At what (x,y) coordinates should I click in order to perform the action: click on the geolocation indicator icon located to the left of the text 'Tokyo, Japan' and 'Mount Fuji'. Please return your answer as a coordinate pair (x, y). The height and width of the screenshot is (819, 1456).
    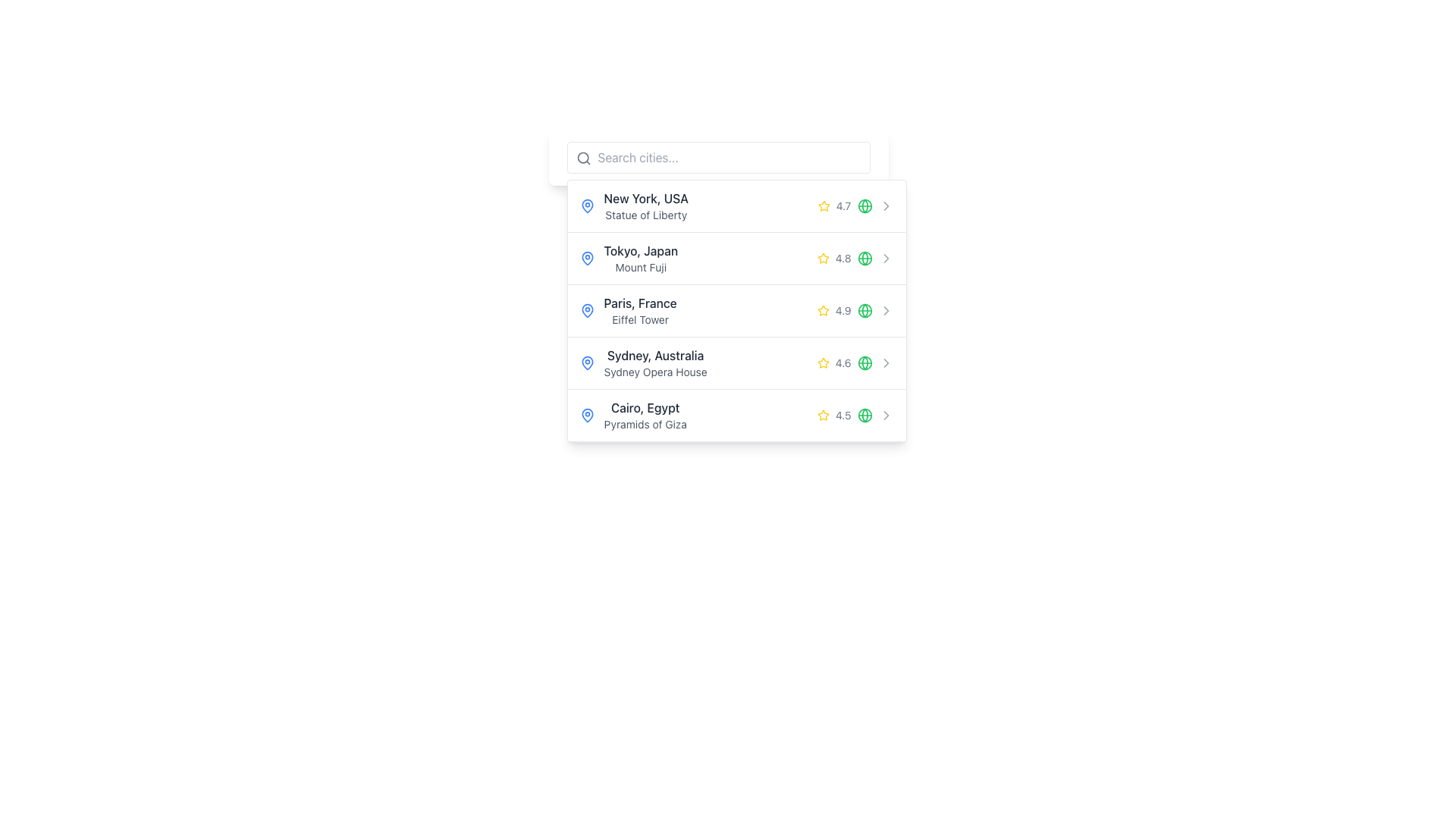
    Looking at the image, I should click on (586, 257).